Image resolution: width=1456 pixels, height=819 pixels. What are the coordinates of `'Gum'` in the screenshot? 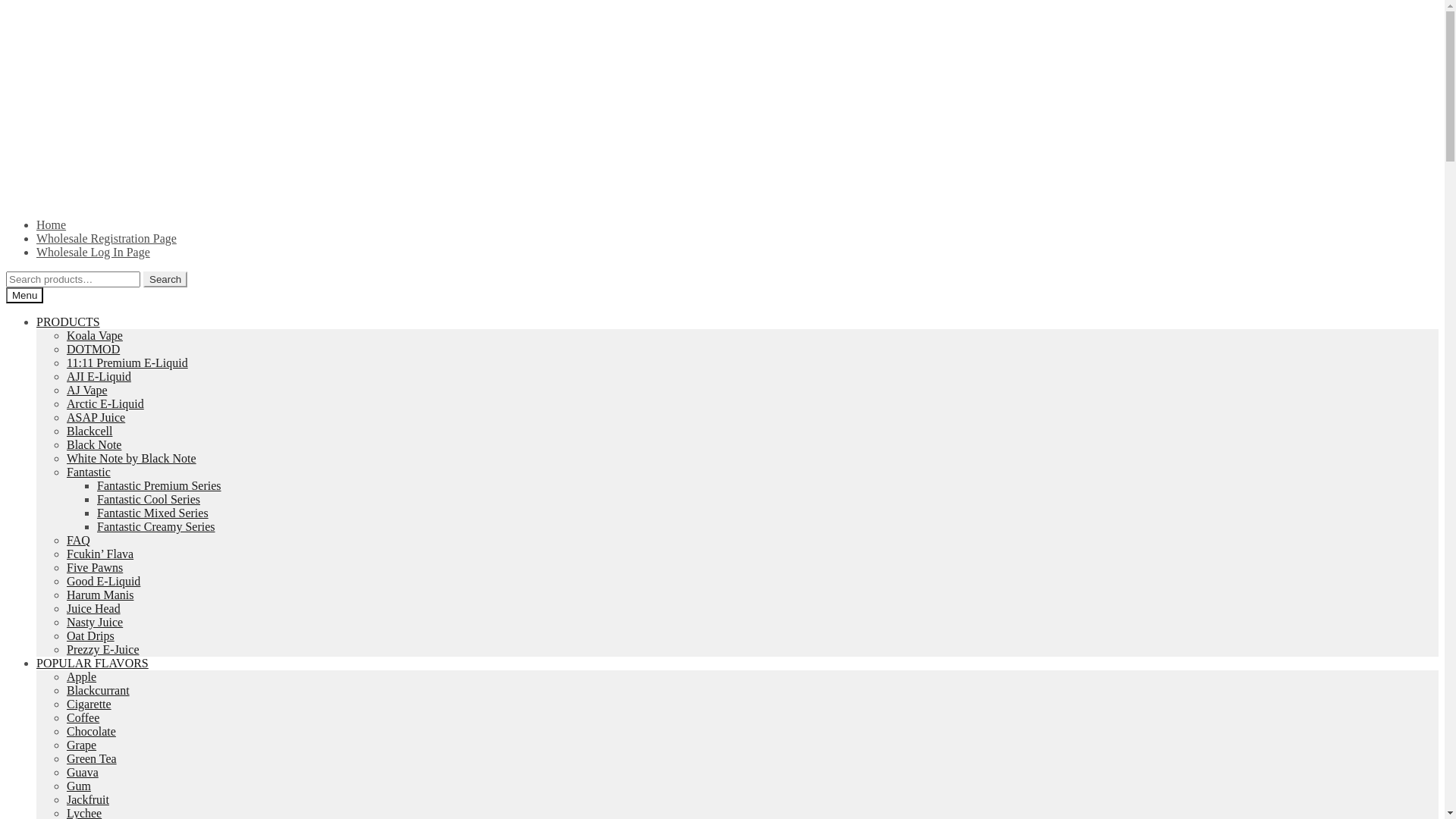 It's located at (78, 785).